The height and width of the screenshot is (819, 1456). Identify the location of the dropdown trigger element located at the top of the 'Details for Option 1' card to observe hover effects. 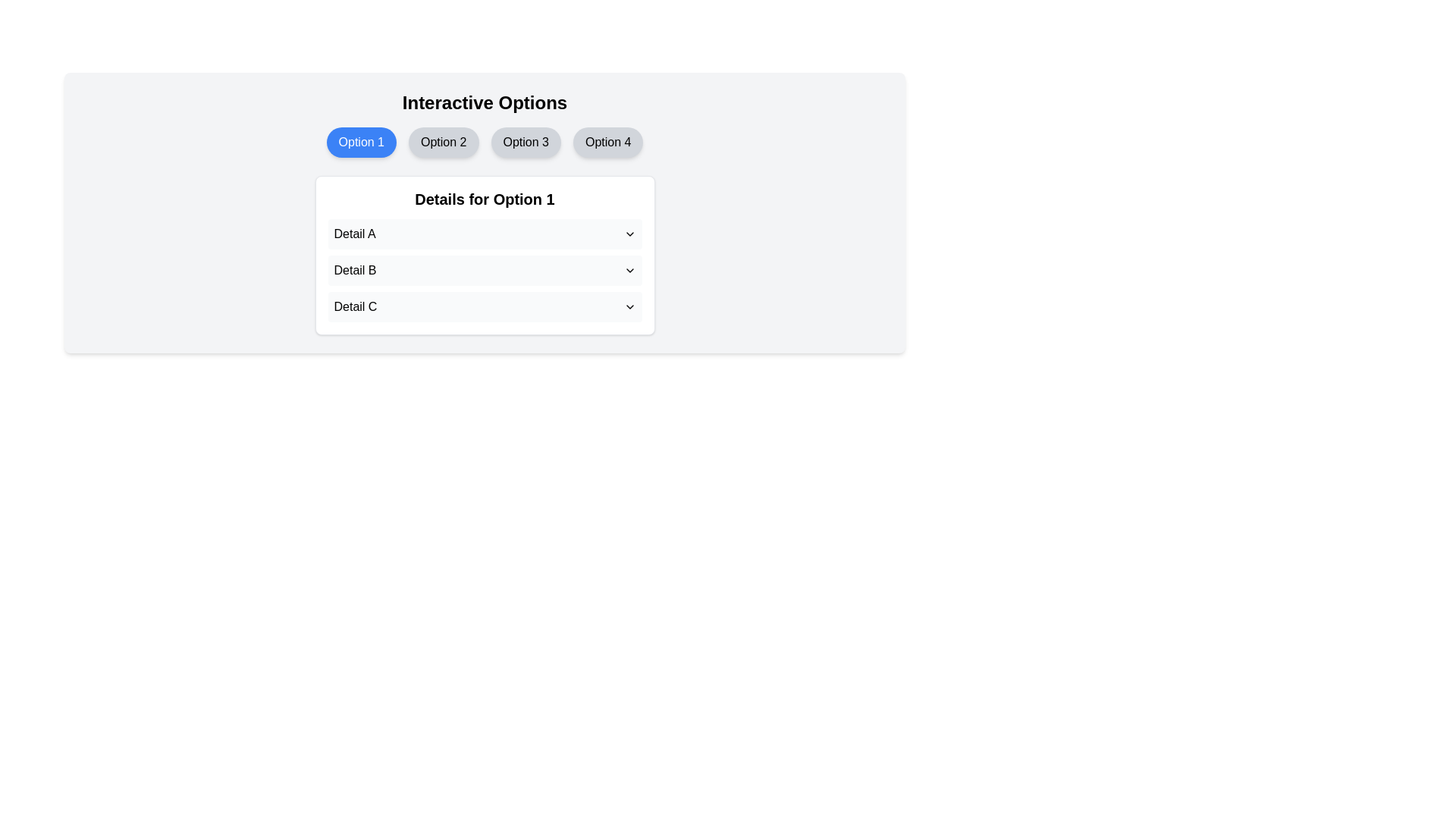
(484, 234).